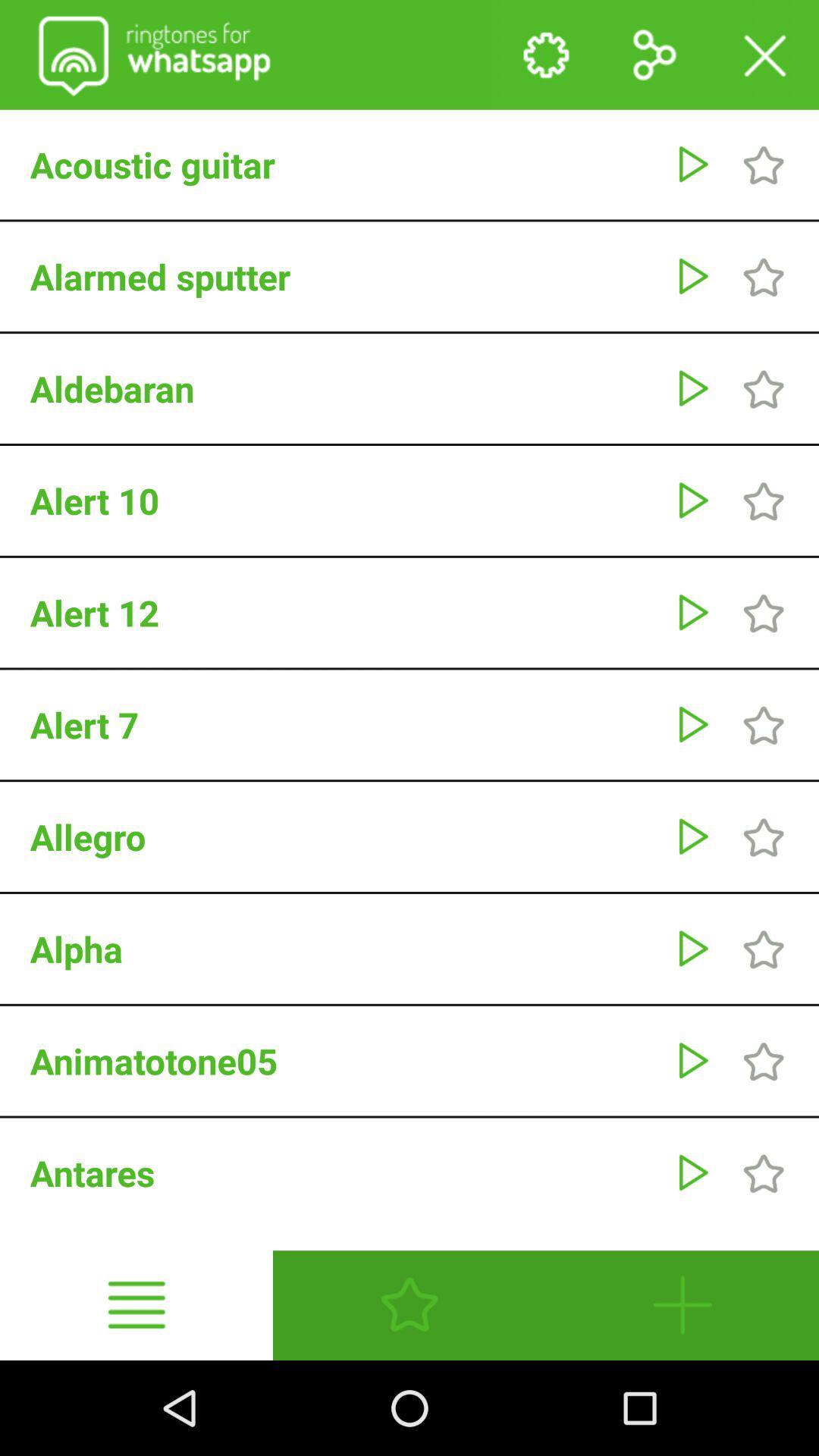 The image size is (819, 1456). What do you see at coordinates (344, 500) in the screenshot?
I see `the alert 10 app` at bounding box center [344, 500].